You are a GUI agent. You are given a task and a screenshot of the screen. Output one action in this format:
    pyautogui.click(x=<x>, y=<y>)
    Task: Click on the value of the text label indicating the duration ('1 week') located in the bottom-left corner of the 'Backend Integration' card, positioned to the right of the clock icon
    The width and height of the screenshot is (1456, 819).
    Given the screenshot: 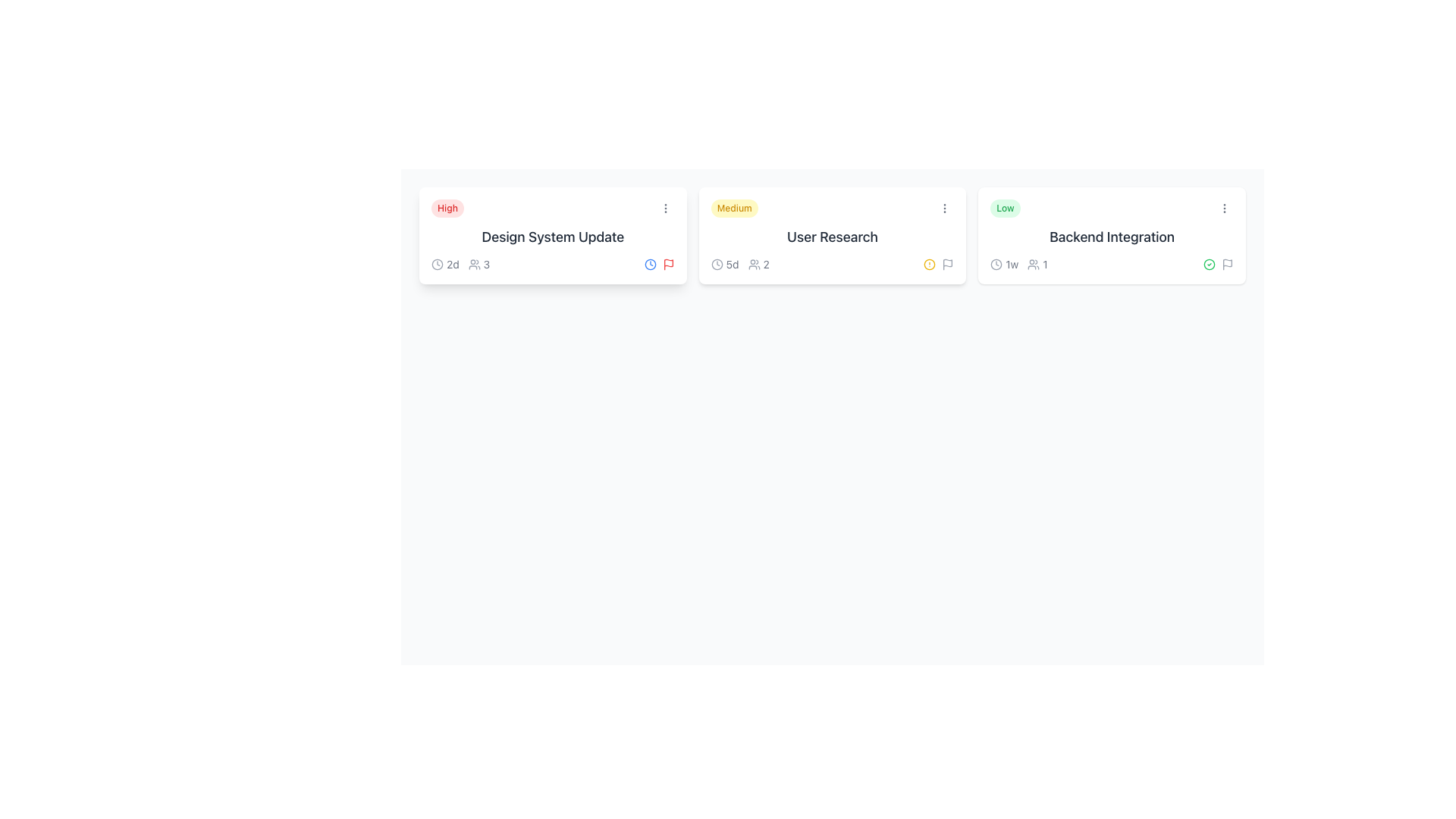 What is the action you would take?
    pyautogui.click(x=1012, y=263)
    